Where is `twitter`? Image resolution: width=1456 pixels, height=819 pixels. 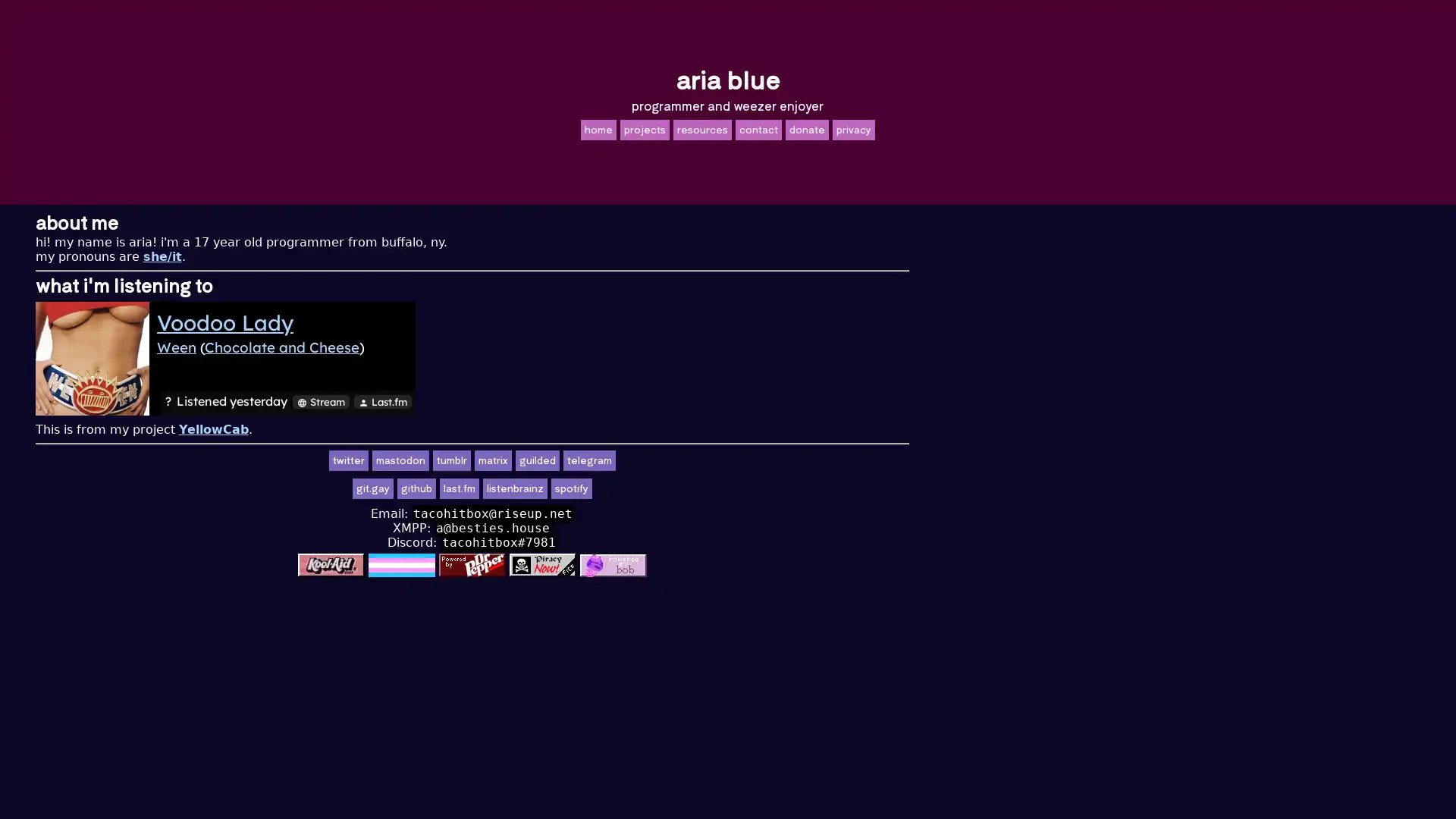
twitter is located at coordinates (603, 460).